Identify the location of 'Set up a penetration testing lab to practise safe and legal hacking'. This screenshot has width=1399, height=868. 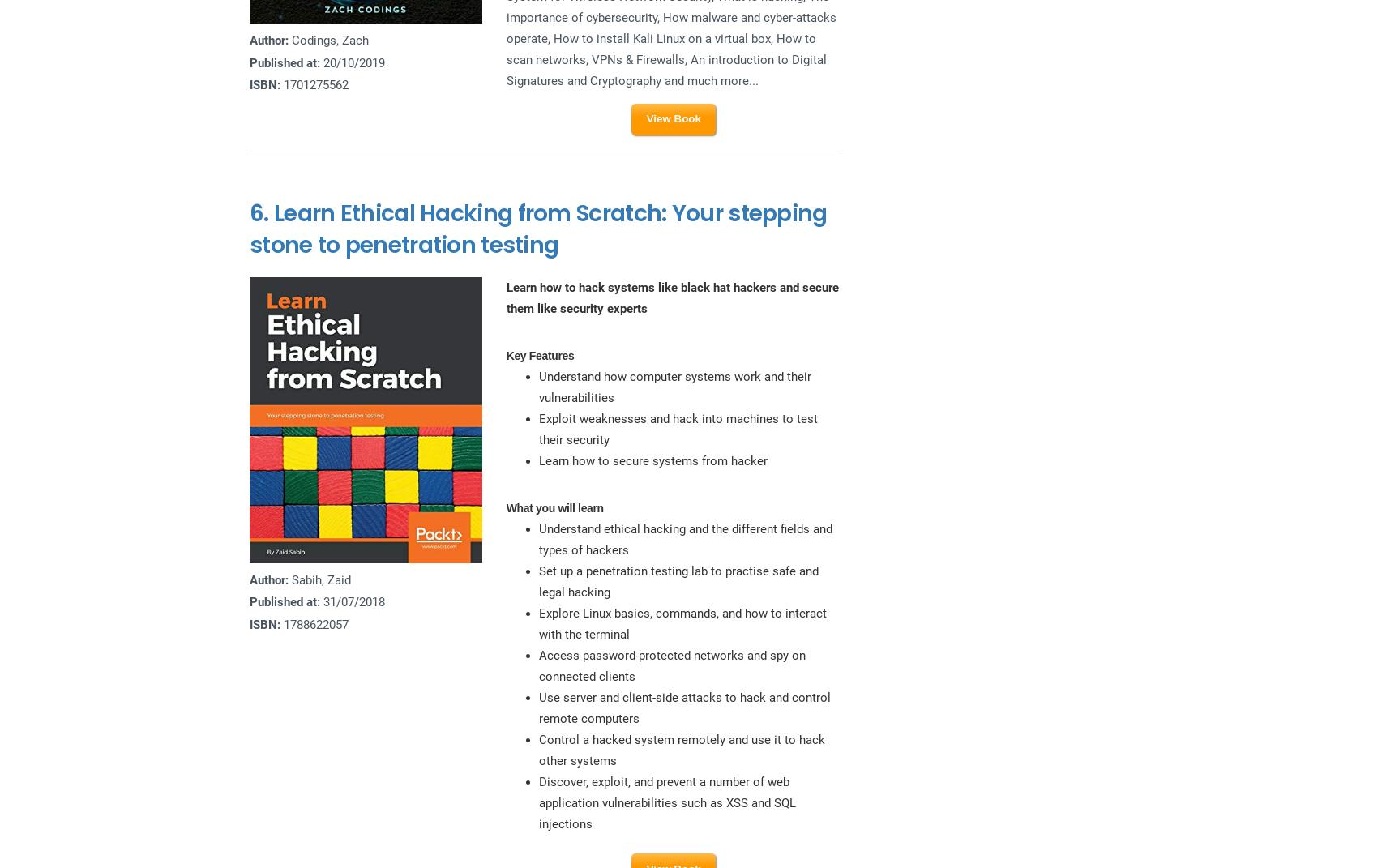
(677, 581).